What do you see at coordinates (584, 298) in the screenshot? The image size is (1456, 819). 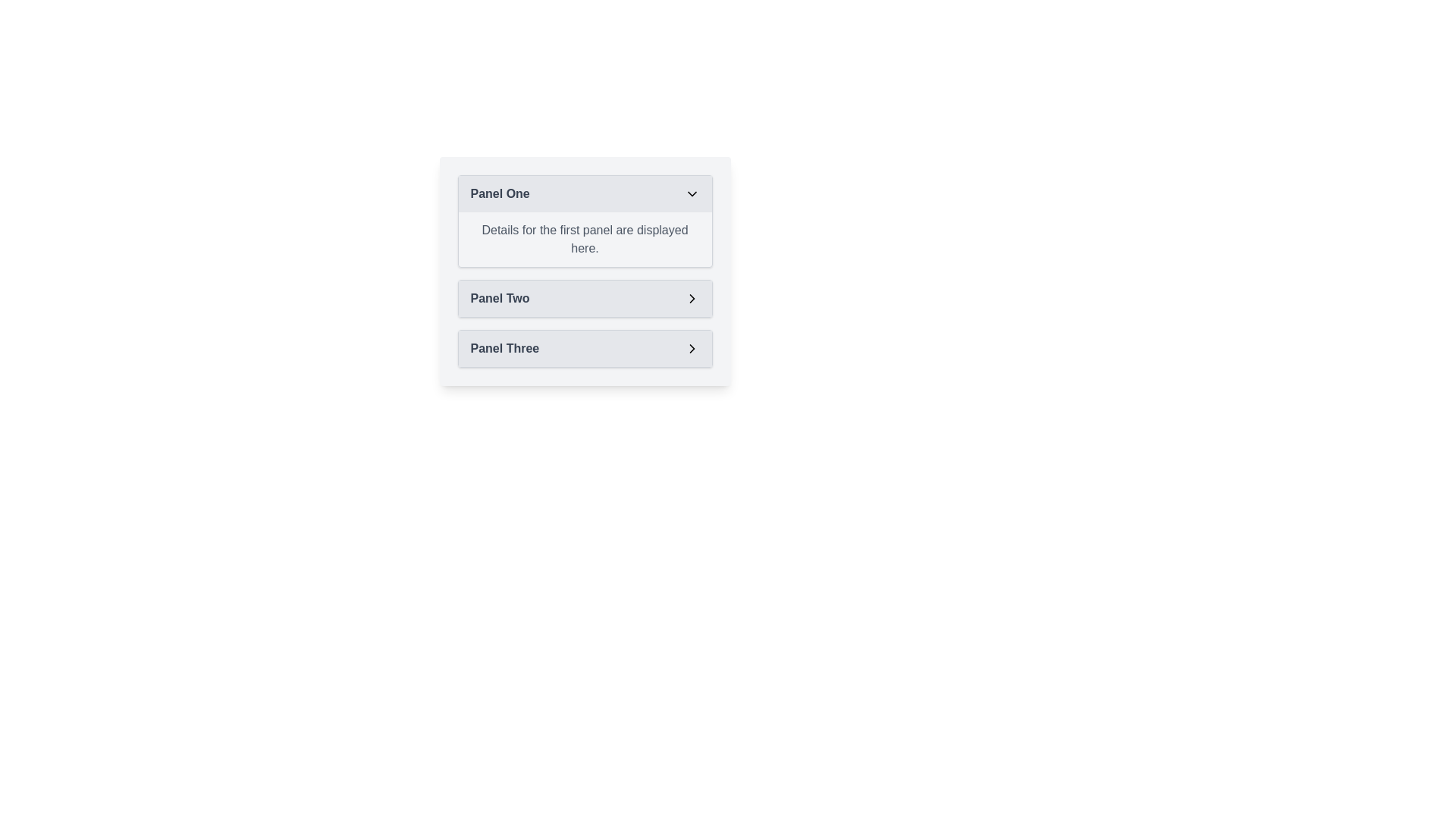 I see `the button-like interface element that serves as a panel selector for 'Panel Two' and focus on it using keyboard navigation` at bounding box center [584, 298].